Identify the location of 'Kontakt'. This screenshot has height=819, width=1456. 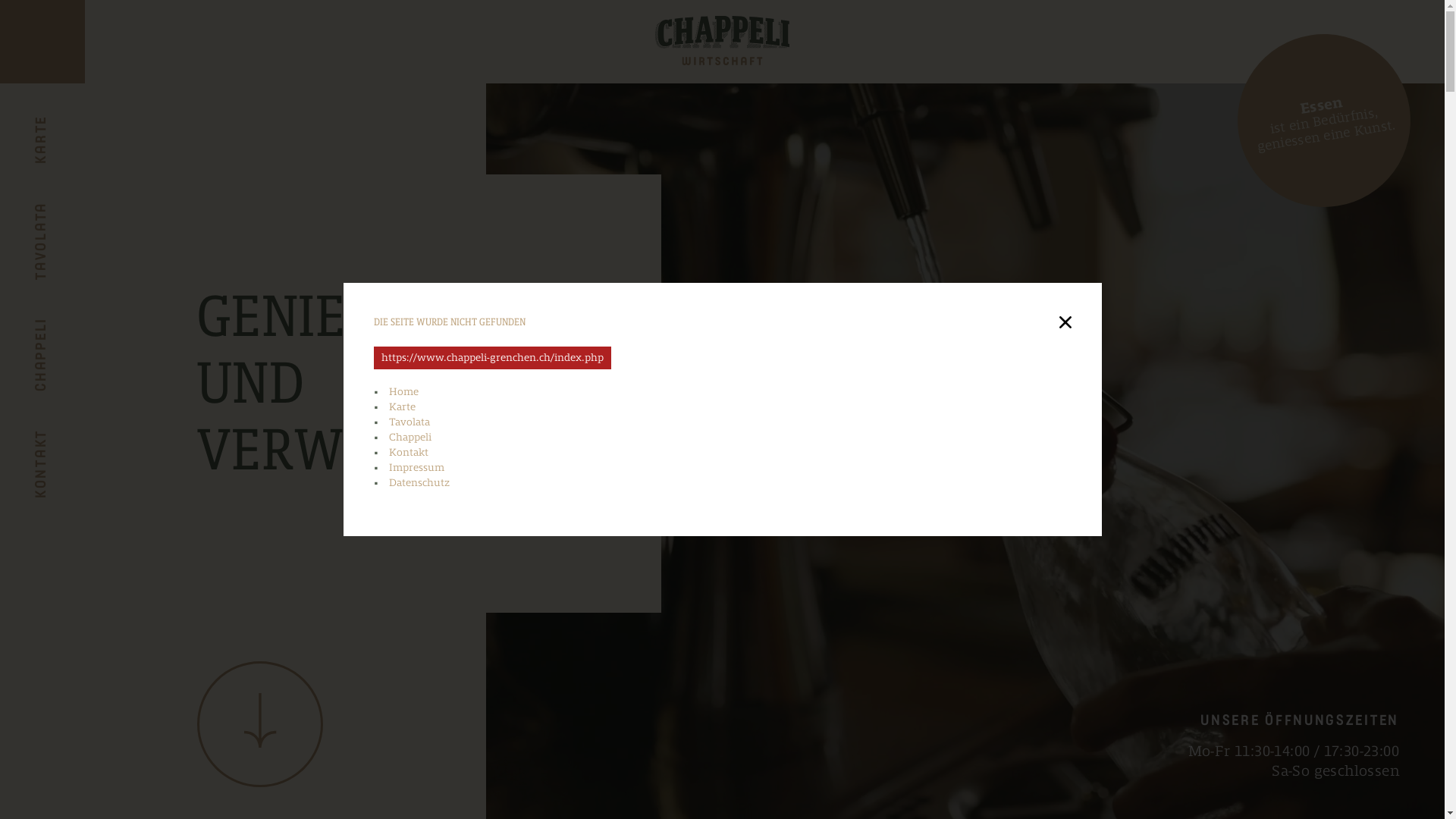
(407, 451).